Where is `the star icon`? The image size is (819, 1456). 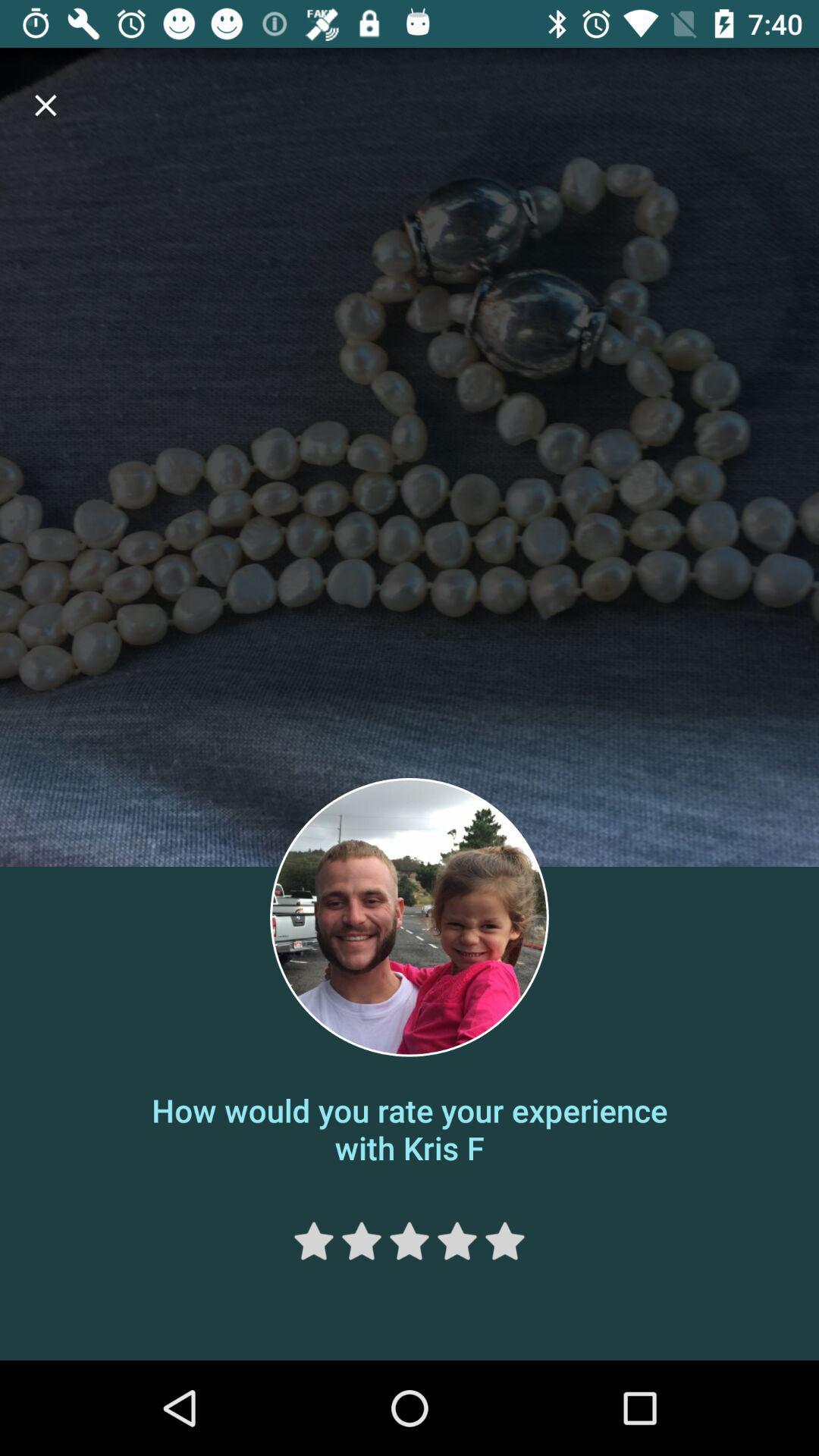 the star icon is located at coordinates (362, 1241).